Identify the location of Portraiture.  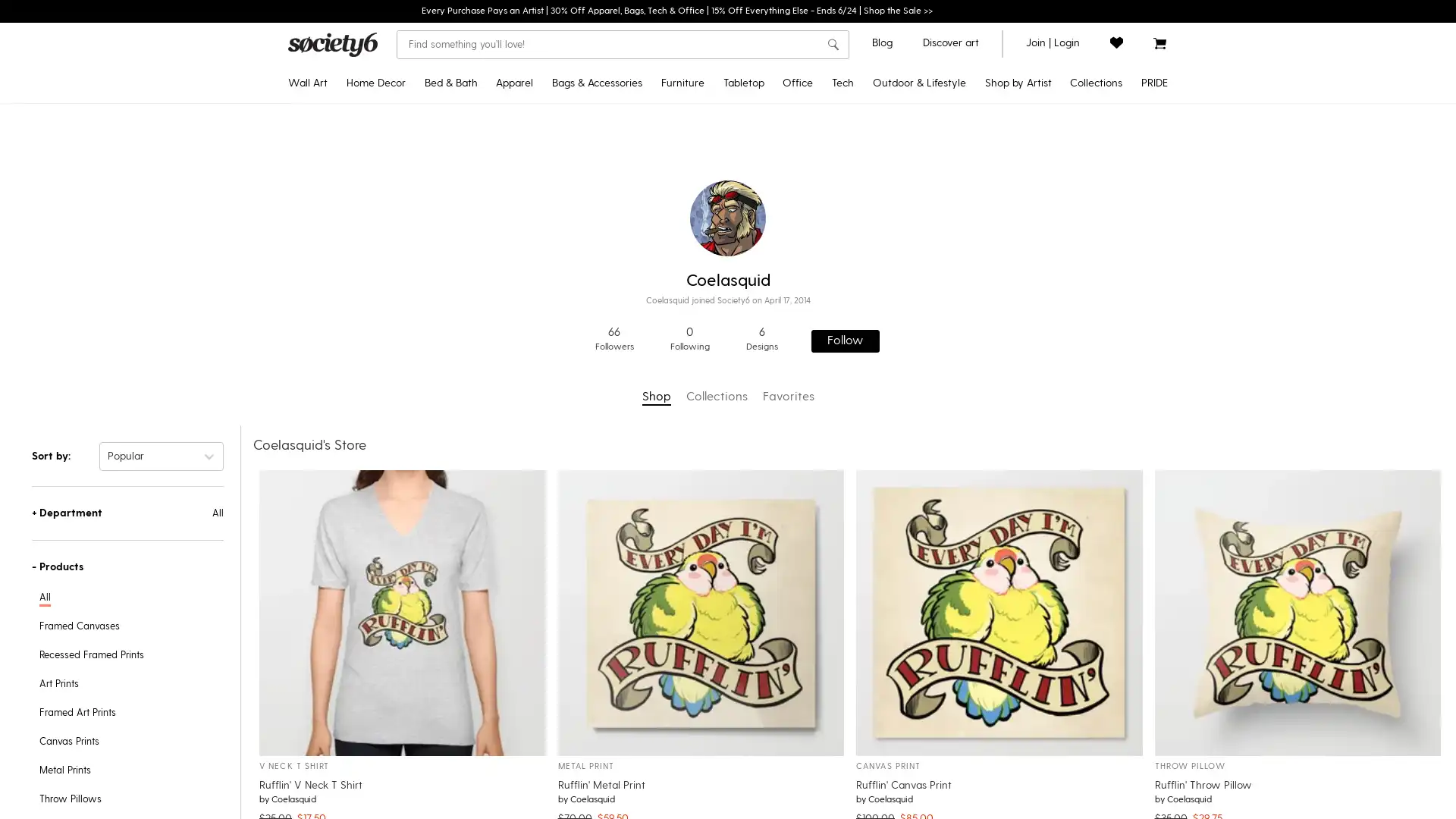
(1040, 317).